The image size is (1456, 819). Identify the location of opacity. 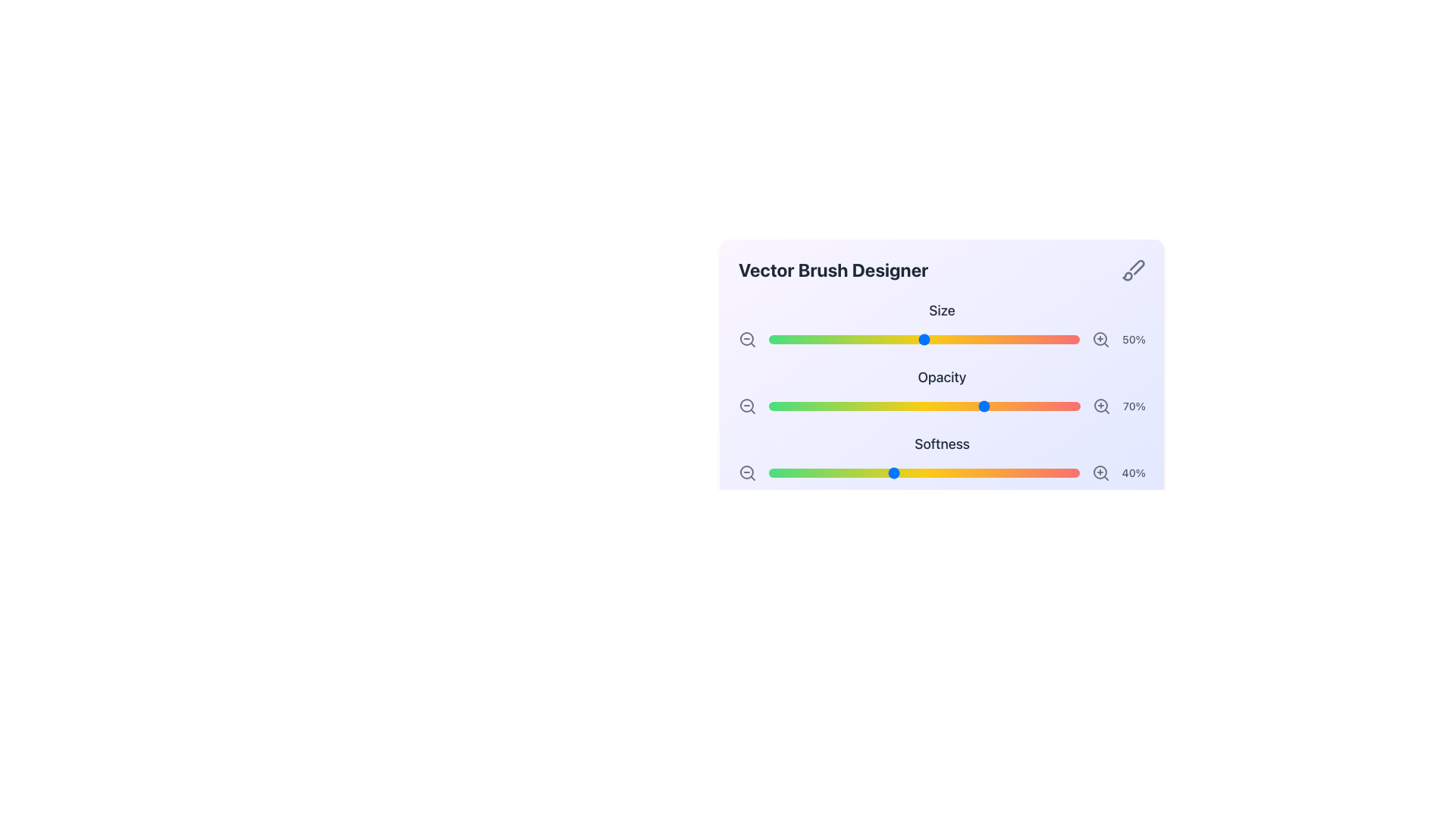
(849, 406).